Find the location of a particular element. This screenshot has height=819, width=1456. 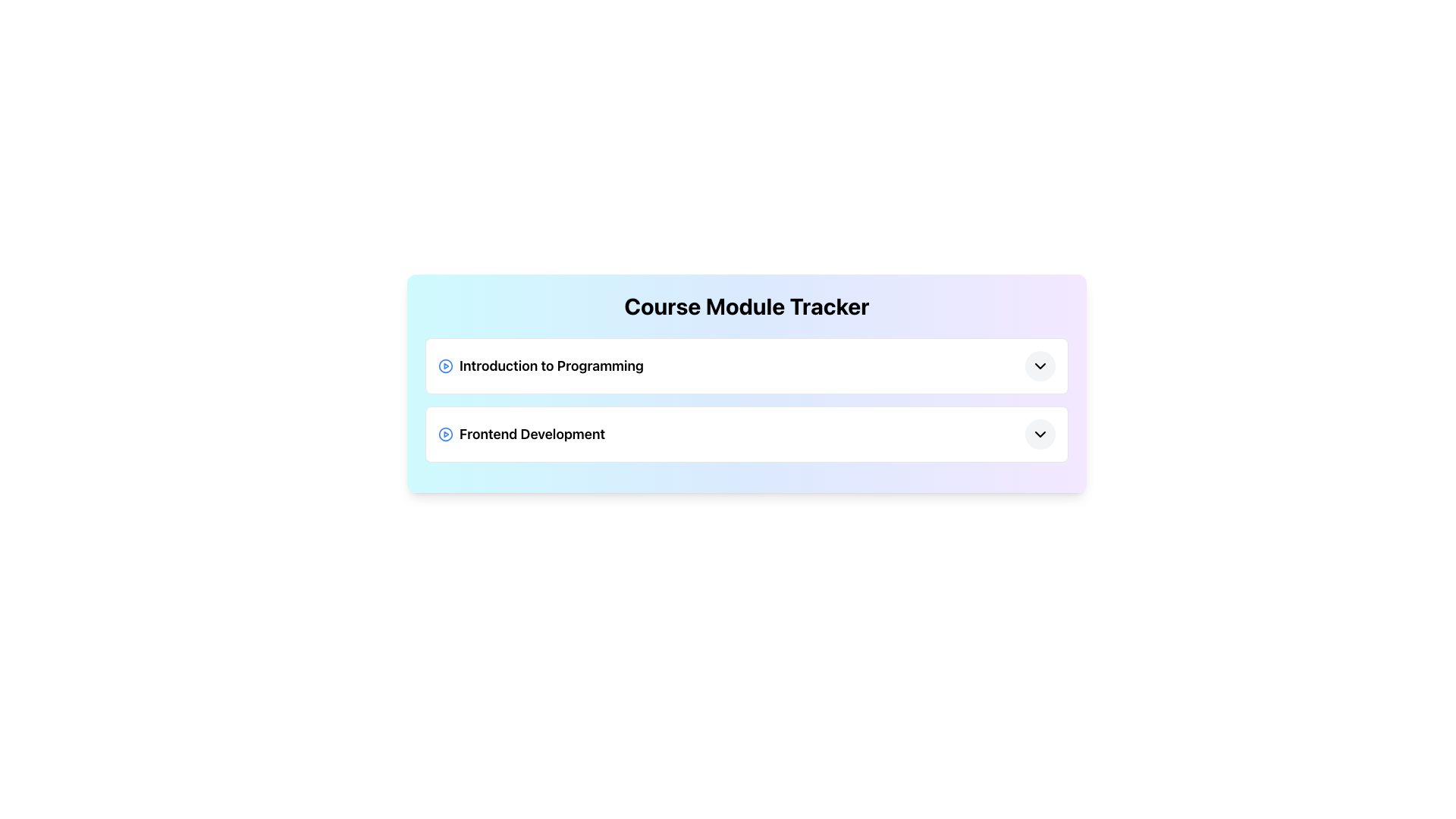

the Dropdown Icon located to the right of the 'Introduction to Programming' text is located at coordinates (1040, 366).